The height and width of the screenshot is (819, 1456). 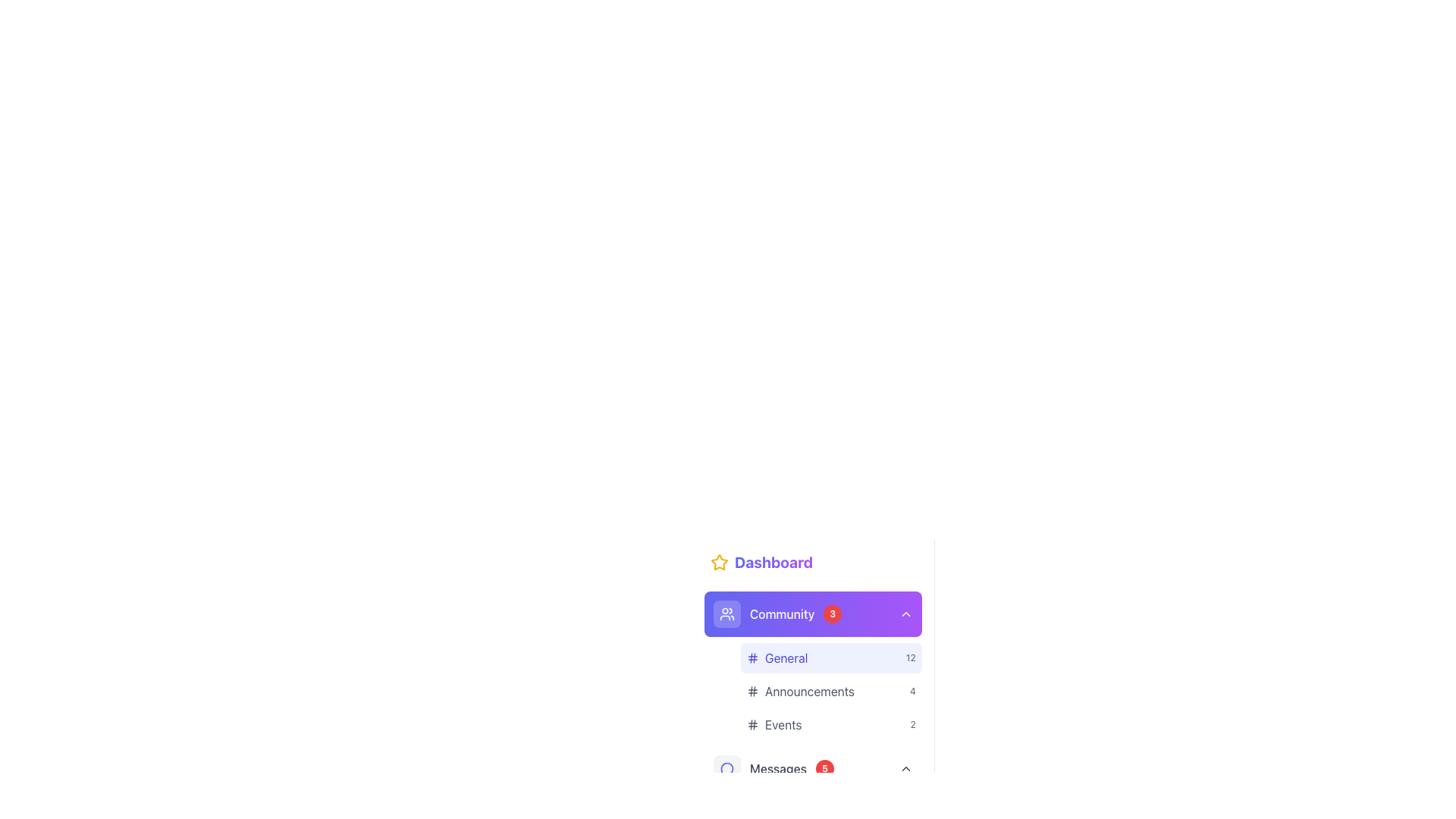 I want to click on the star icon located near the upper-left corner of the interface, adjacent to the text labeled 'Dashboard', which visually represents the feature of marking as favorite, so click(x=719, y=562).